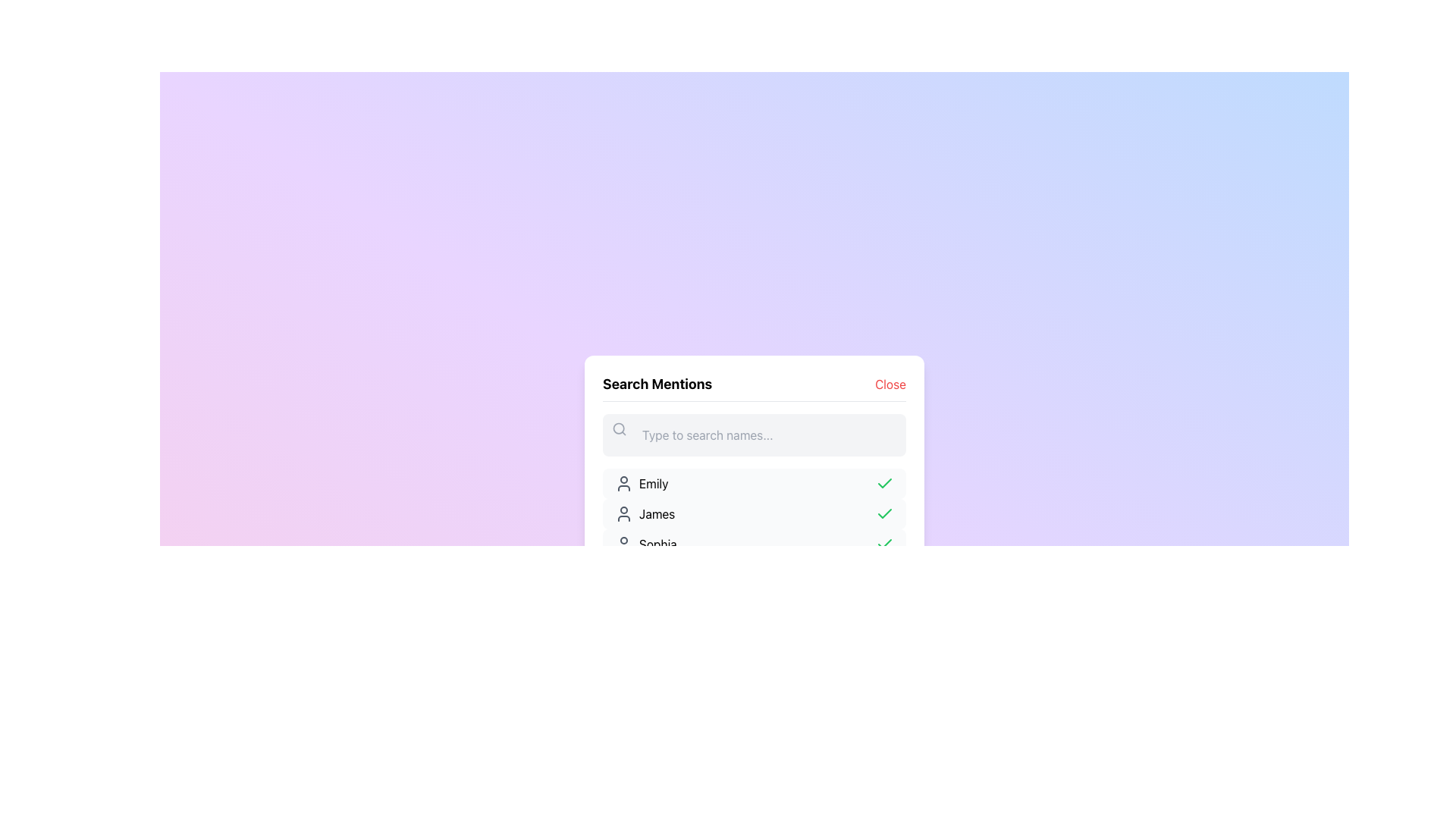 The image size is (1456, 819). I want to click on the green check mark icon located to the right of the text 'Emily' within the list of names, so click(884, 483).